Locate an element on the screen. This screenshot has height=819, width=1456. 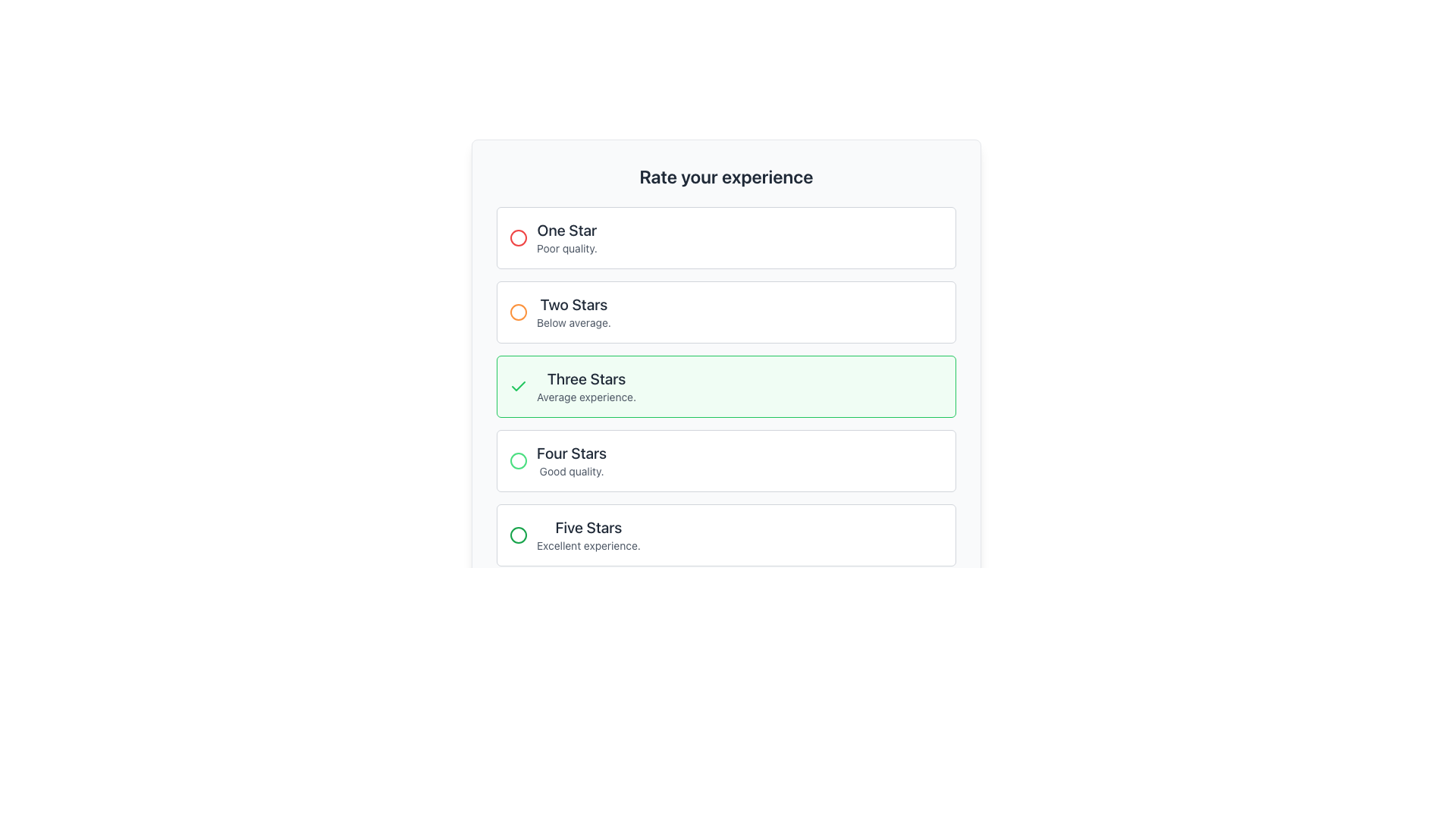
textual content of the third selectable option in the rating list, which indicates a 'Three Stars' rating with the label 'Average experience.' is located at coordinates (585, 385).